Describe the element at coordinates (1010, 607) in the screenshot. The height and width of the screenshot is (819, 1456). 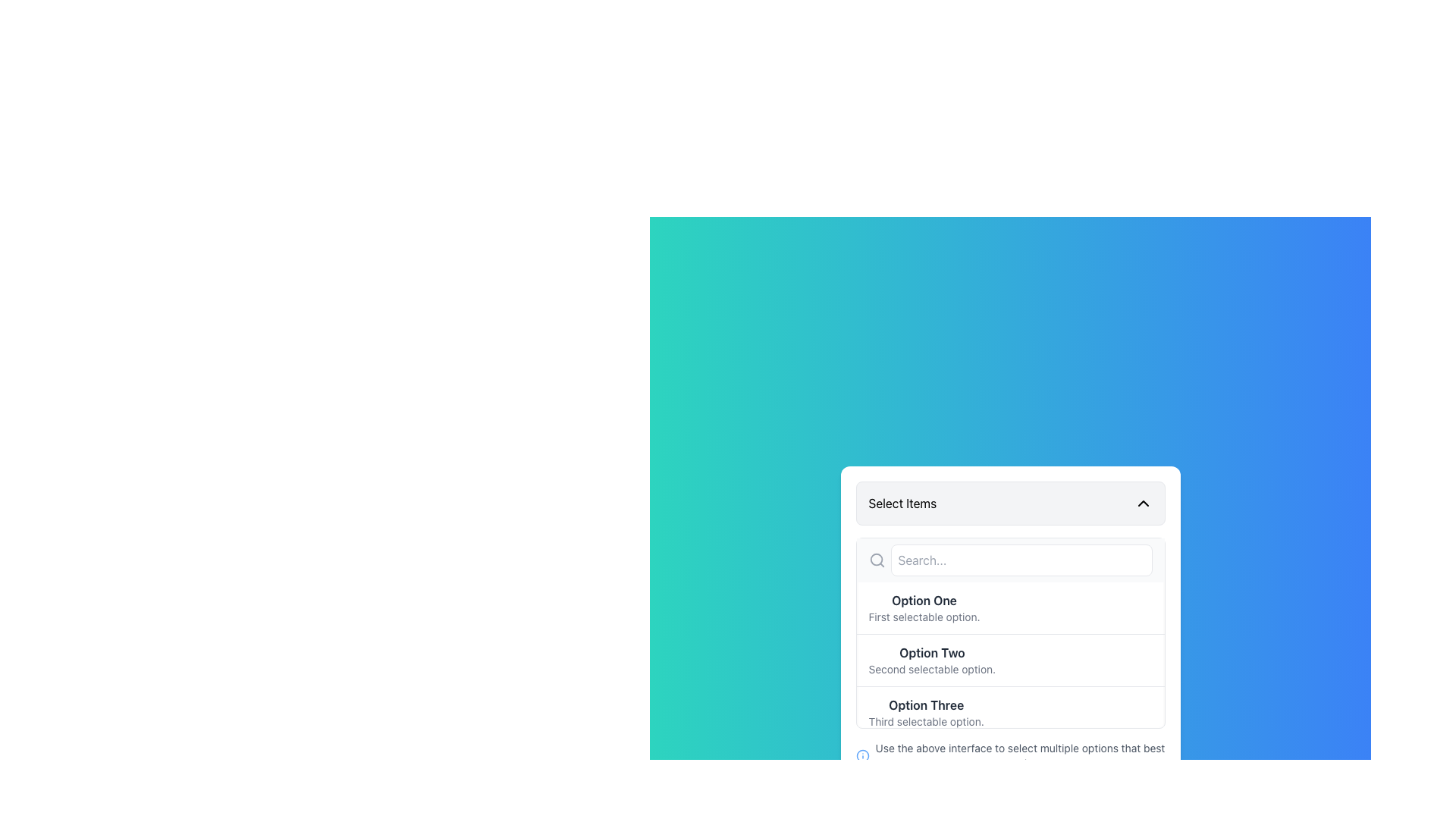
I see `the first selectable option in the dropdown menu, which provides additional information through a subtitle` at that location.